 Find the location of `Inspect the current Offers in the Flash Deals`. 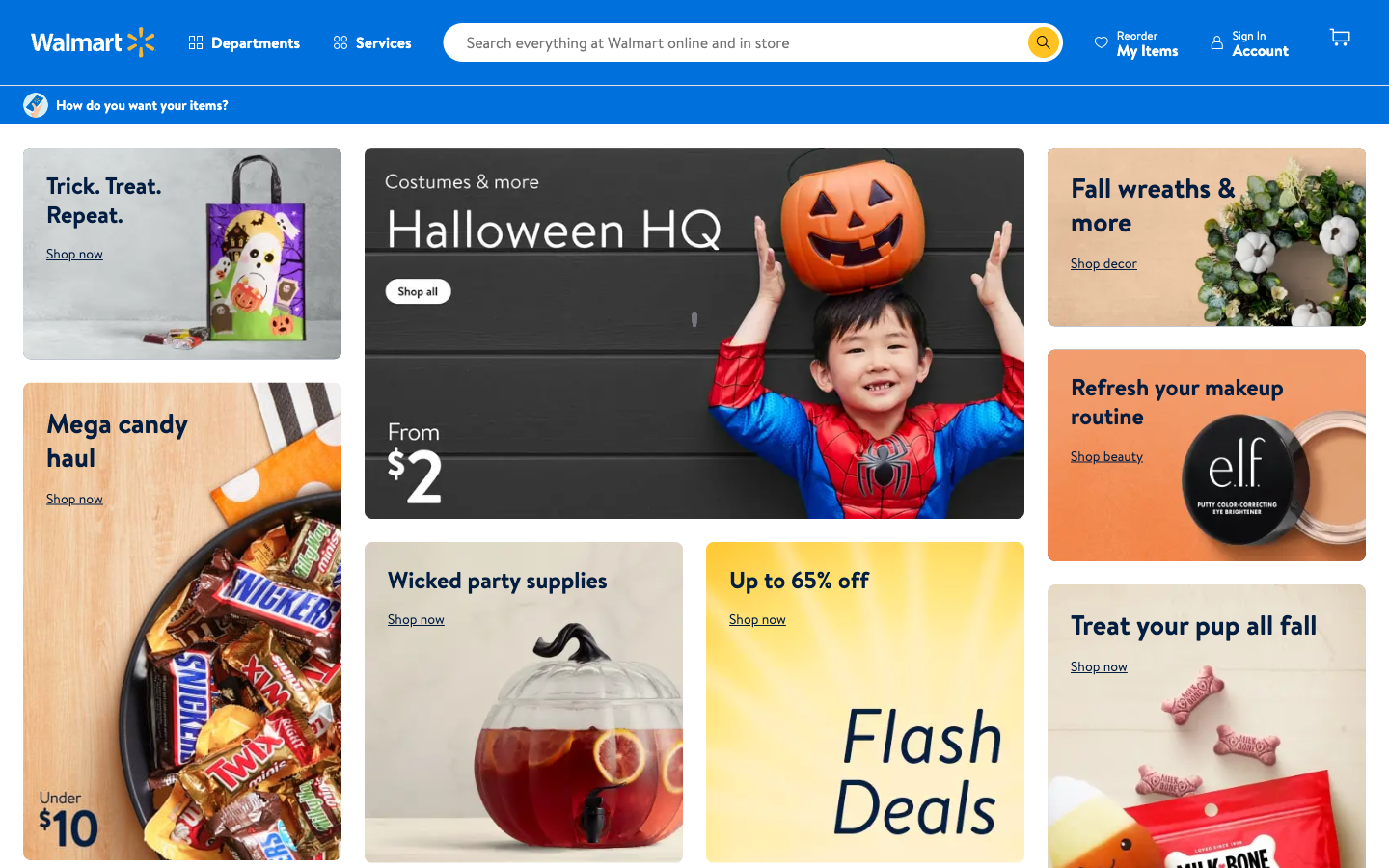

Inspect the current Offers in the Flash Deals is located at coordinates (863, 701).